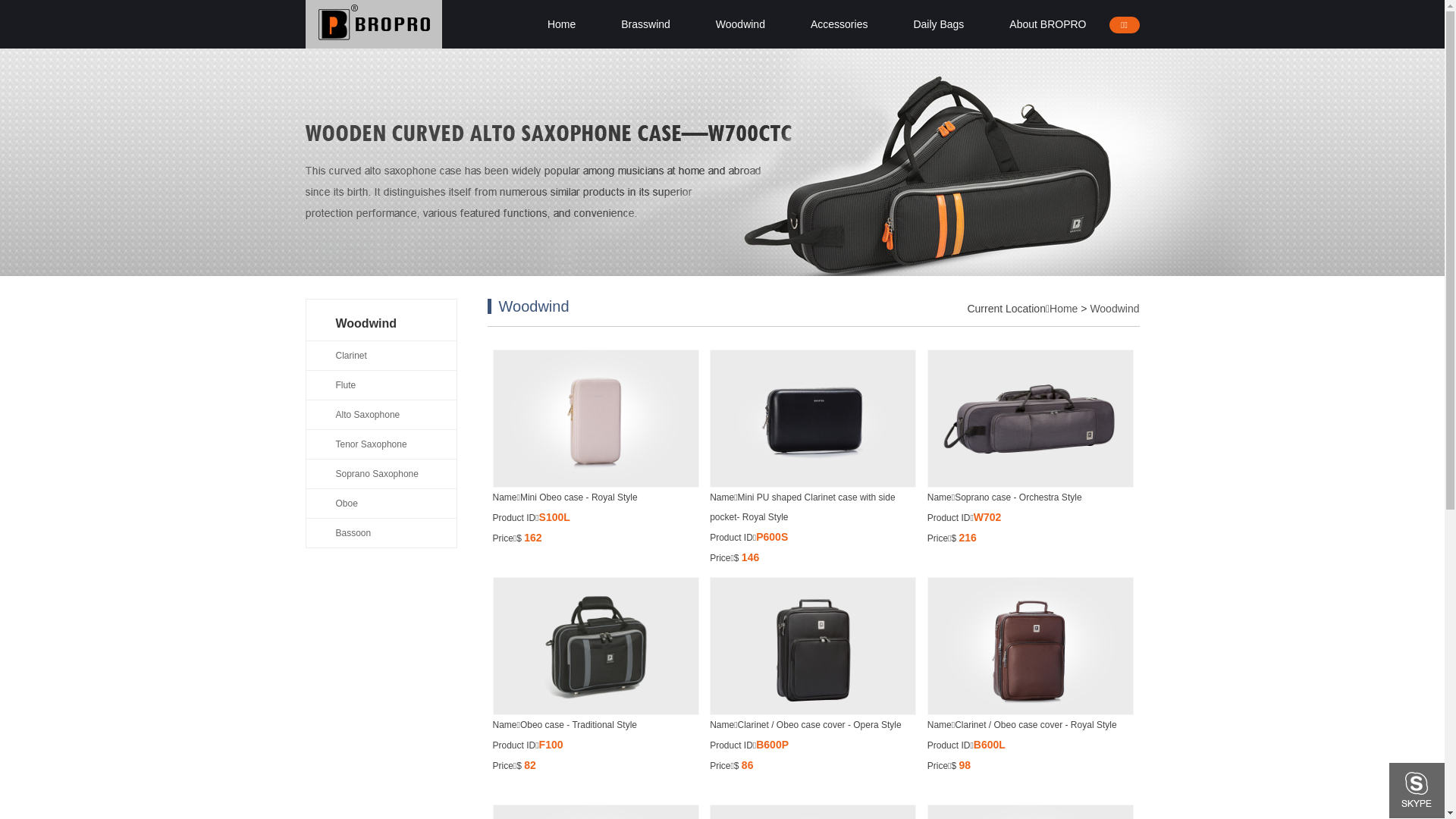 Image resolution: width=1456 pixels, height=819 pixels. What do you see at coordinates (645, 24) in the screenshot?
I see `'Brasswind'` at bounding box center [645, 24].